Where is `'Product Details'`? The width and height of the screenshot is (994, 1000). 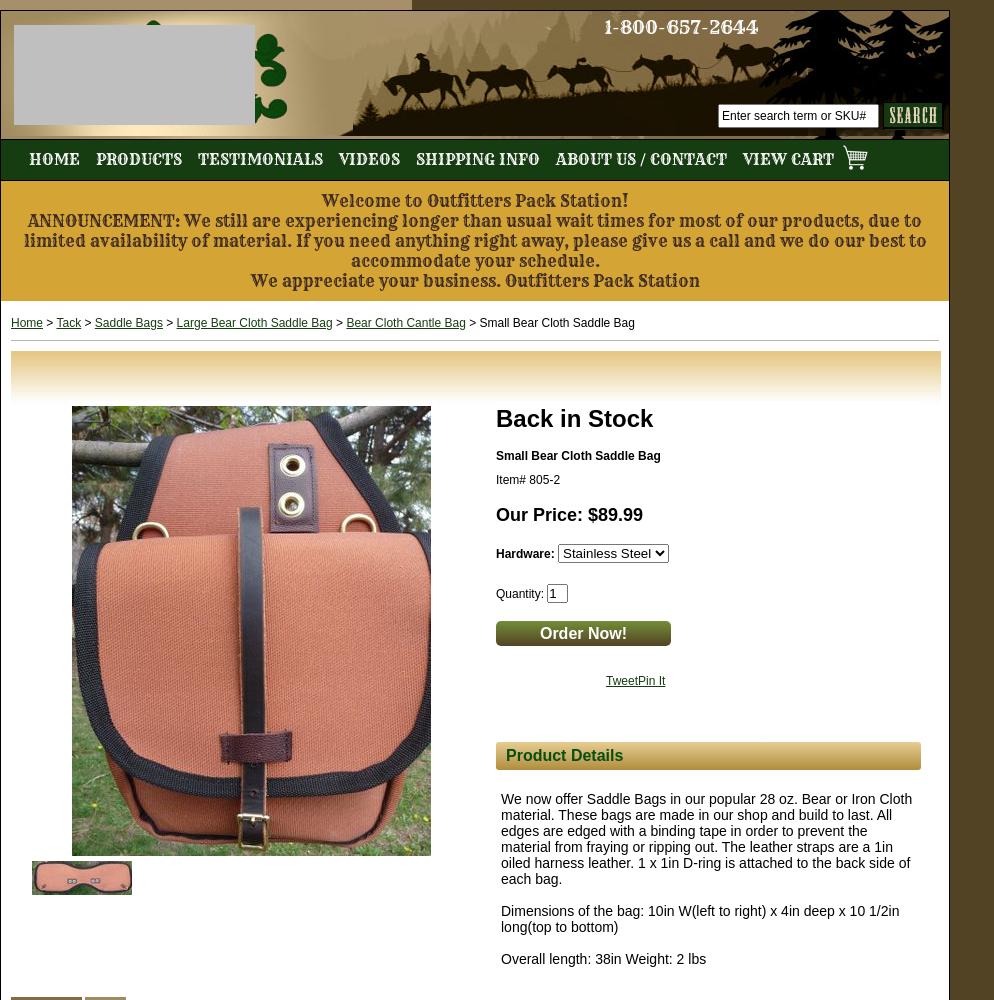 'Product Details' is located at coordinates (563, 755).